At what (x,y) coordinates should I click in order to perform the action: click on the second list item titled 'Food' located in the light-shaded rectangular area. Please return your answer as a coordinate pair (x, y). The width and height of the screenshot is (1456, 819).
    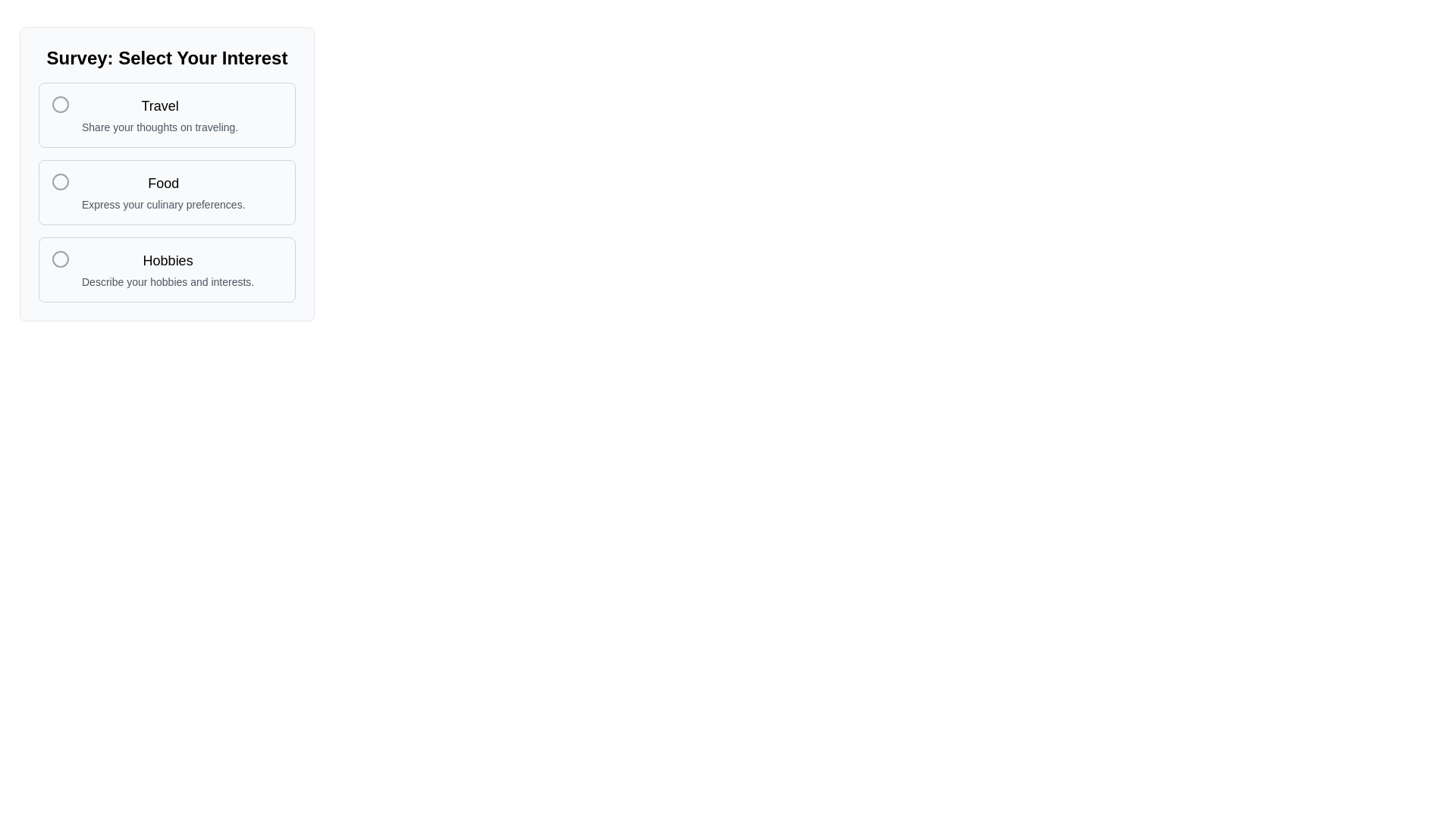
    Looking at the image, I should click on (167, 192).